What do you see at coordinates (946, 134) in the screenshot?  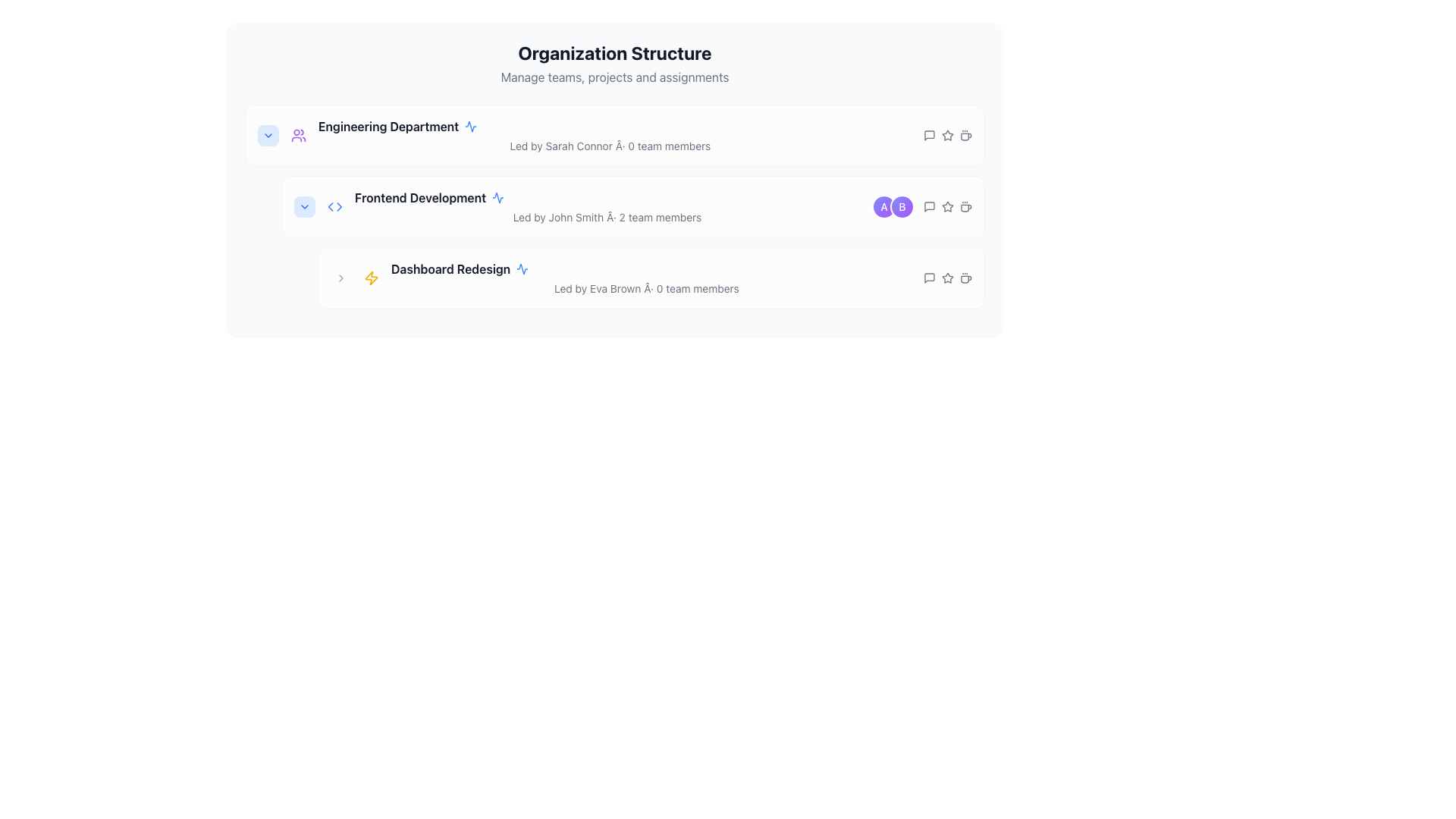 I see `the gray star-shaped icon in the button row labeled 'Engineering Department'` at bounding box center [946, 134].